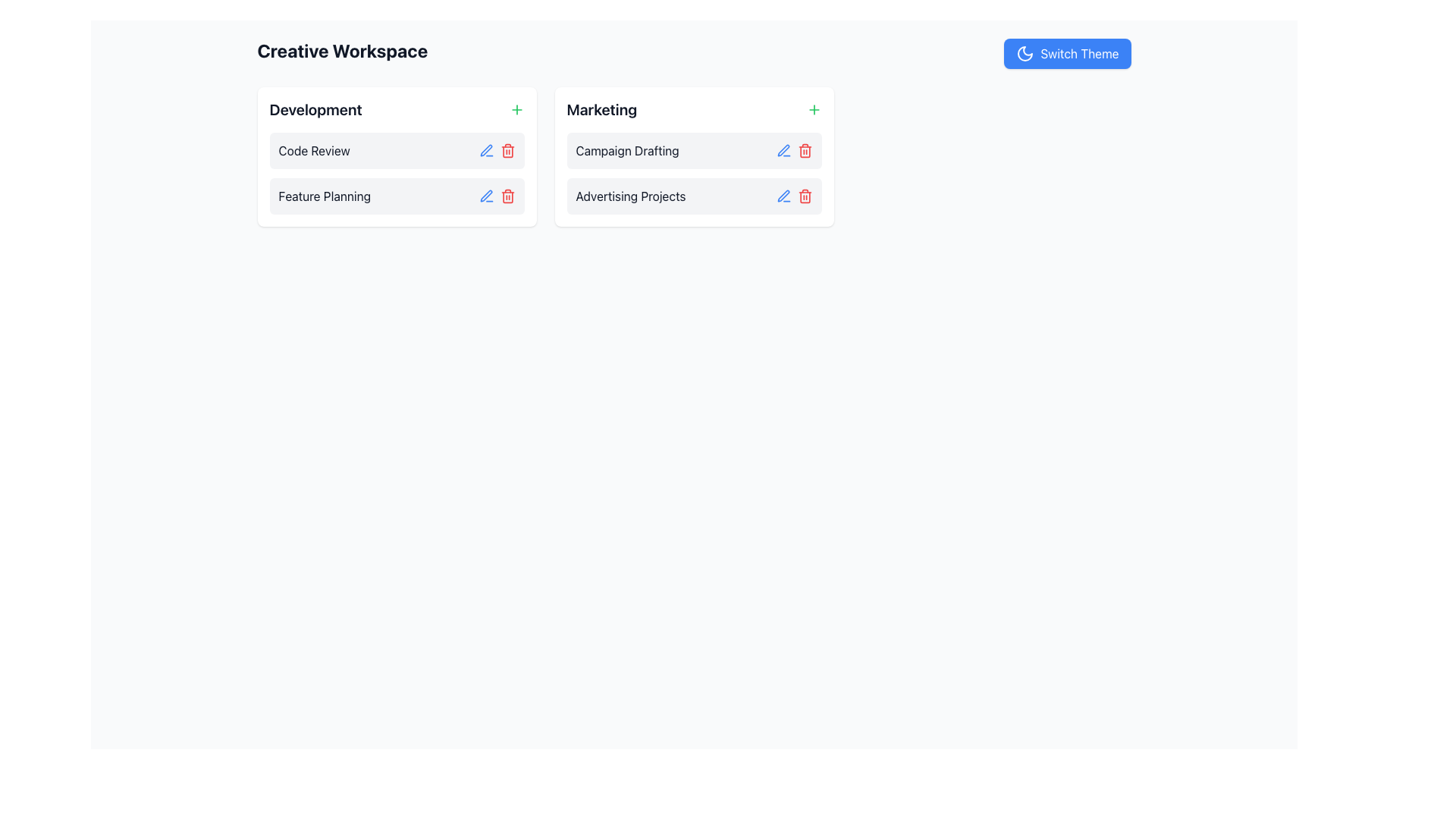 This screenshot has height=819, width=1456. Describe the element at coordinates (1025, 52) in the screenshot. I see `the crescent moon icon within the blue 'Switch Theme' button` at that location.